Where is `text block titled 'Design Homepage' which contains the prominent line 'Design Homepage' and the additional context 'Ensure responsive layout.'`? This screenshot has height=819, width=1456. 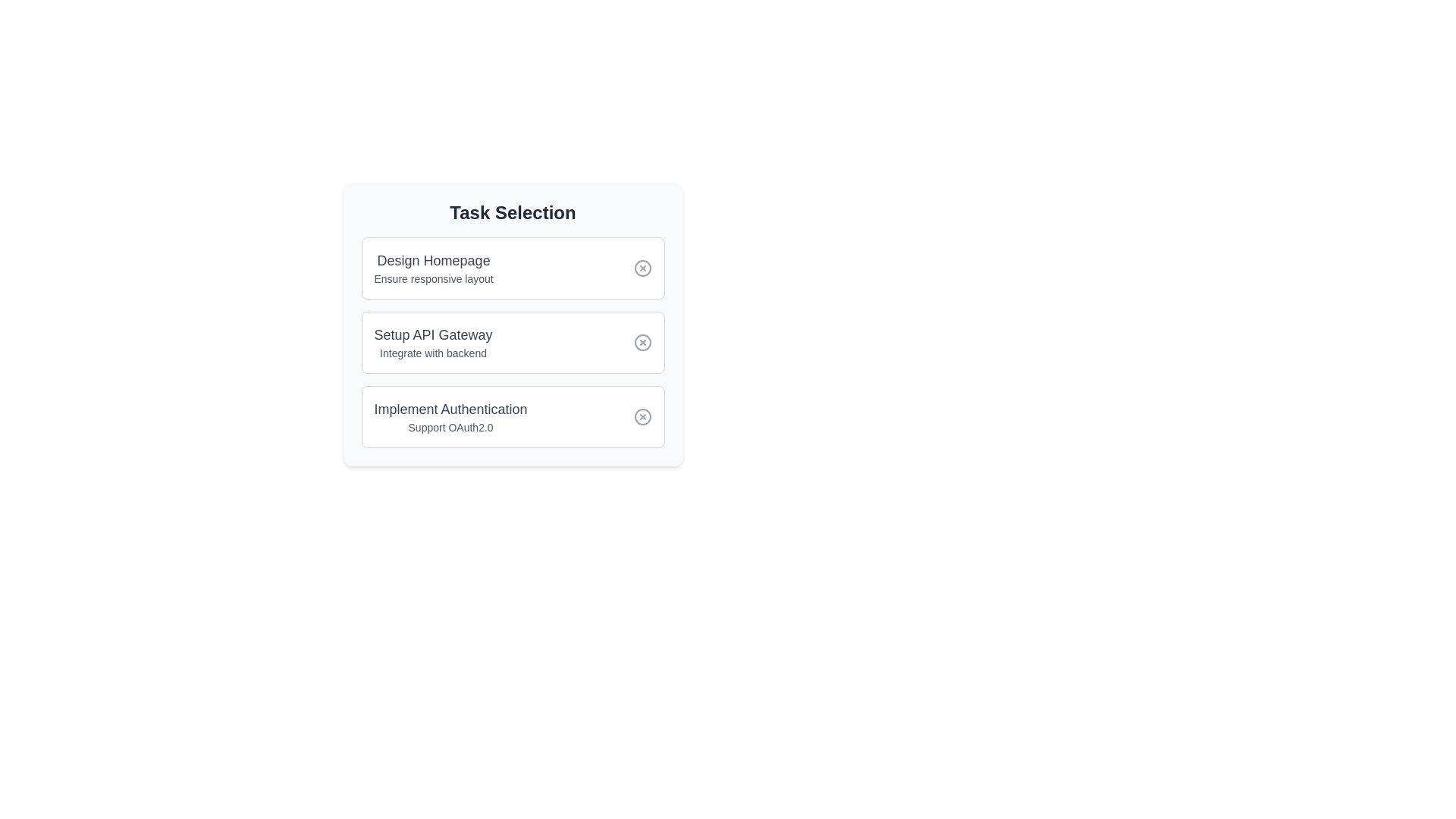
text block titled 'Design Homepage' which contains the prominent line 'Design Homepage' and the additional context 'Ensure responsive layout.' is located at coordinates (433, 268).